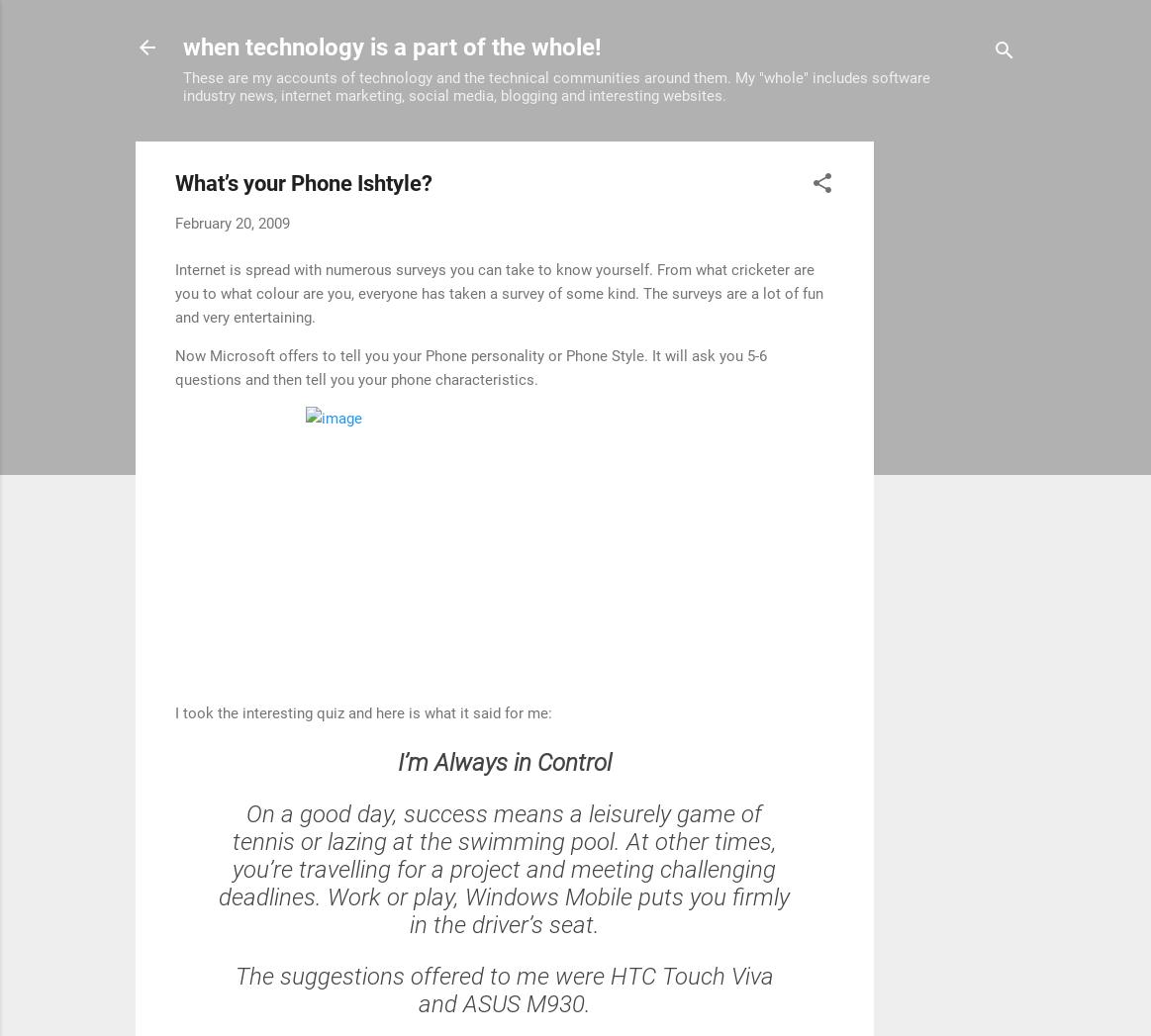 This screenshot has width=1151, height=1036. Describe the element at coordinates (391, 46) in the screenshot. I see `'when technology is a part of the whole!'` at that location.